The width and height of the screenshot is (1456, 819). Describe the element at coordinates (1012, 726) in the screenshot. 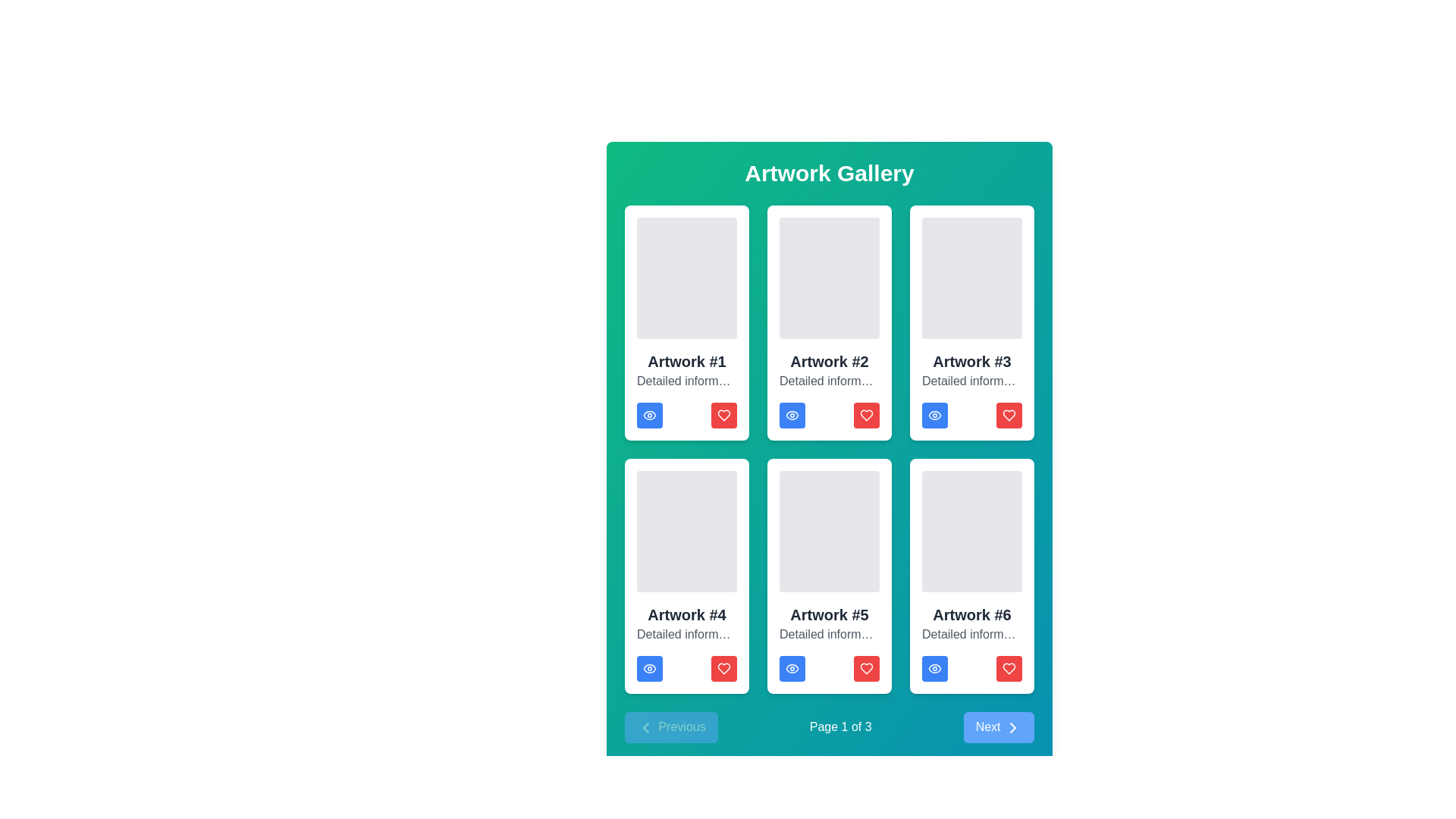

I see `the 'Next' button located in the bottom-right corner of the interface, which contains a rightward-pointing chevron arrow icon for navigation` at that location.